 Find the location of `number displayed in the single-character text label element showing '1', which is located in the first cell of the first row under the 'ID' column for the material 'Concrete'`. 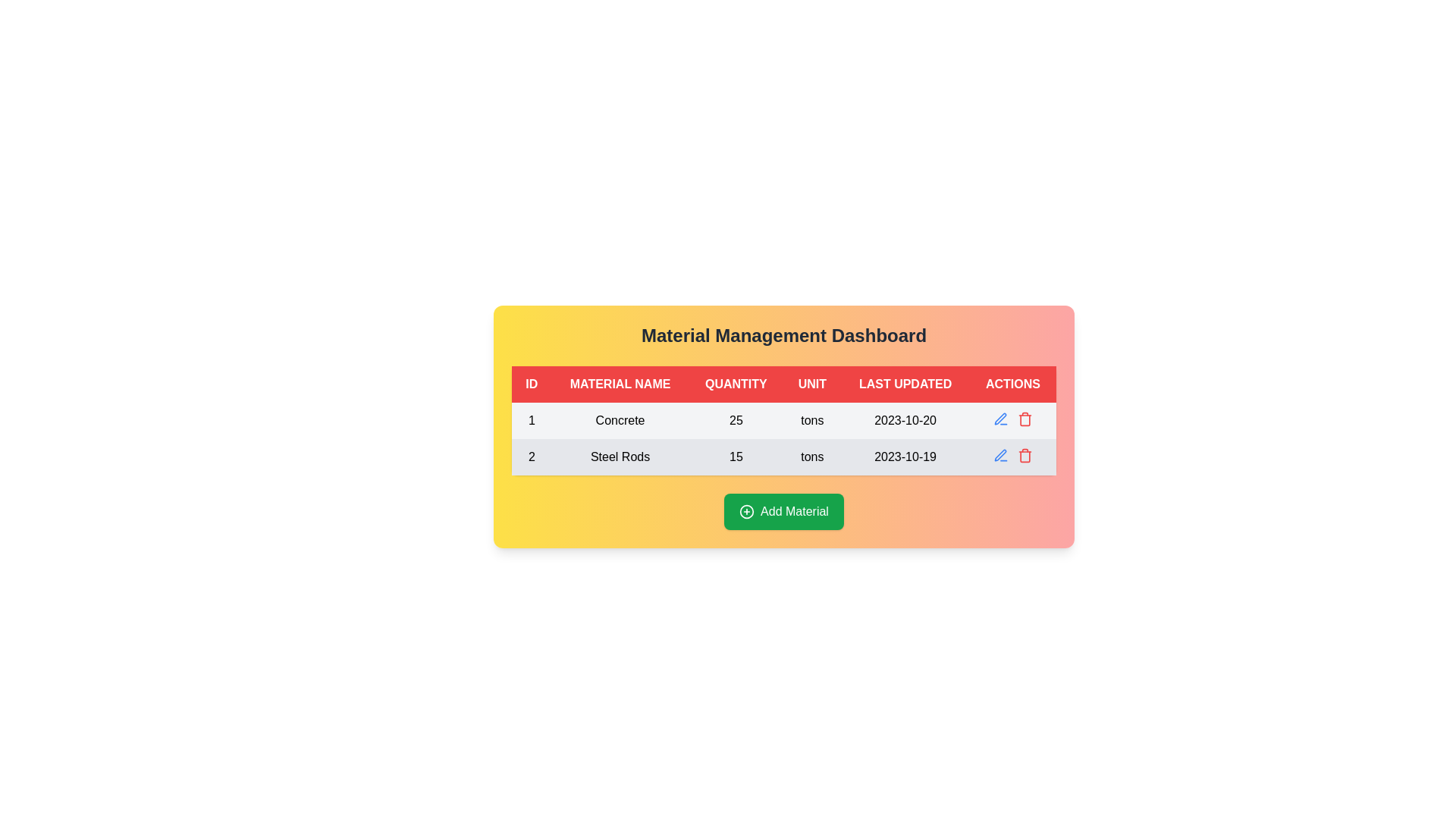

number displayed in the single-character text label element showing '1', which is located in the first cell of the first row under the 'ID' column for the material 'Concrete' is located at coordinates (532, 421).